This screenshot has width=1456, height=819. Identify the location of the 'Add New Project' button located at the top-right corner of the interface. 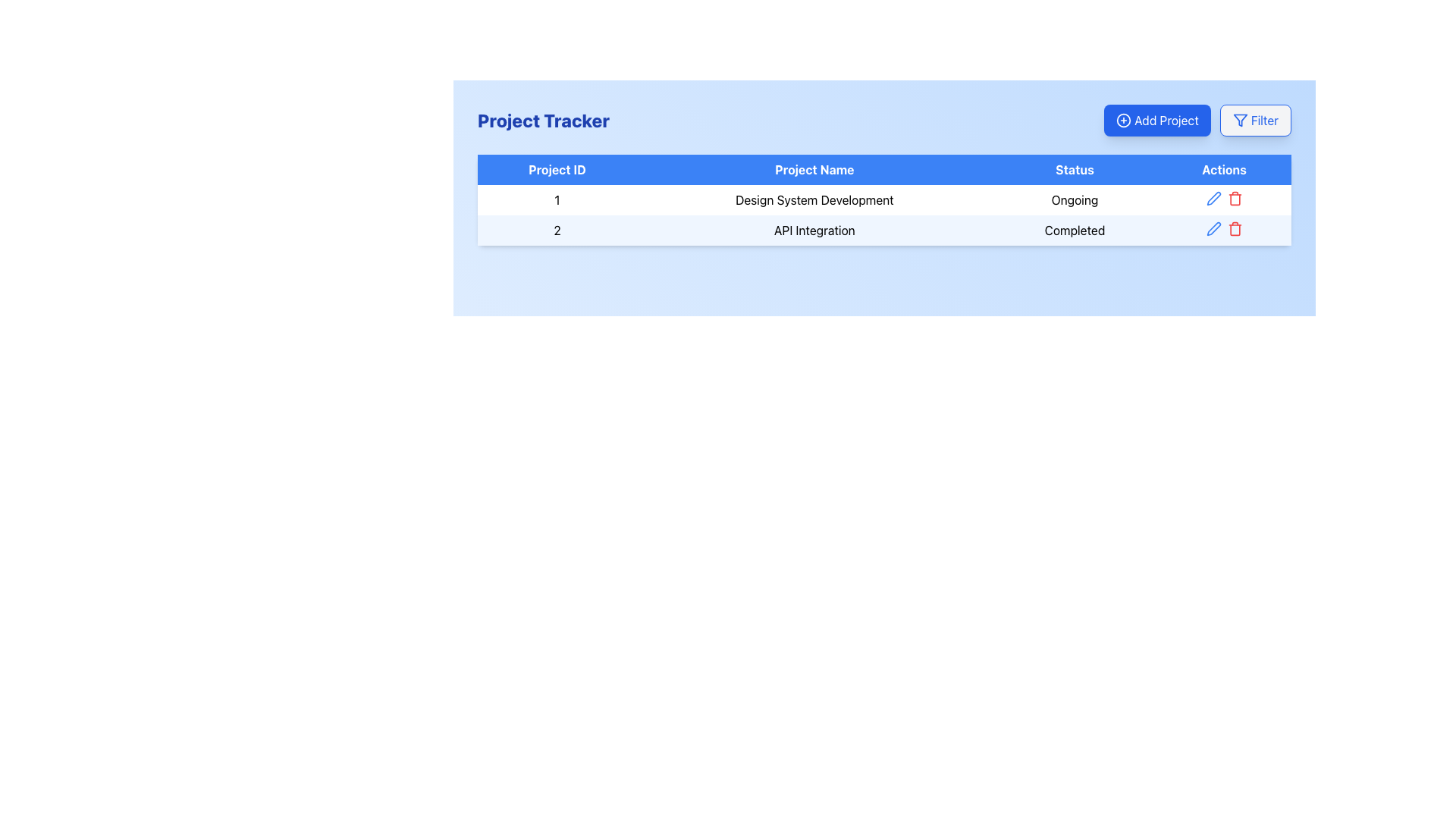
(1156, 119).